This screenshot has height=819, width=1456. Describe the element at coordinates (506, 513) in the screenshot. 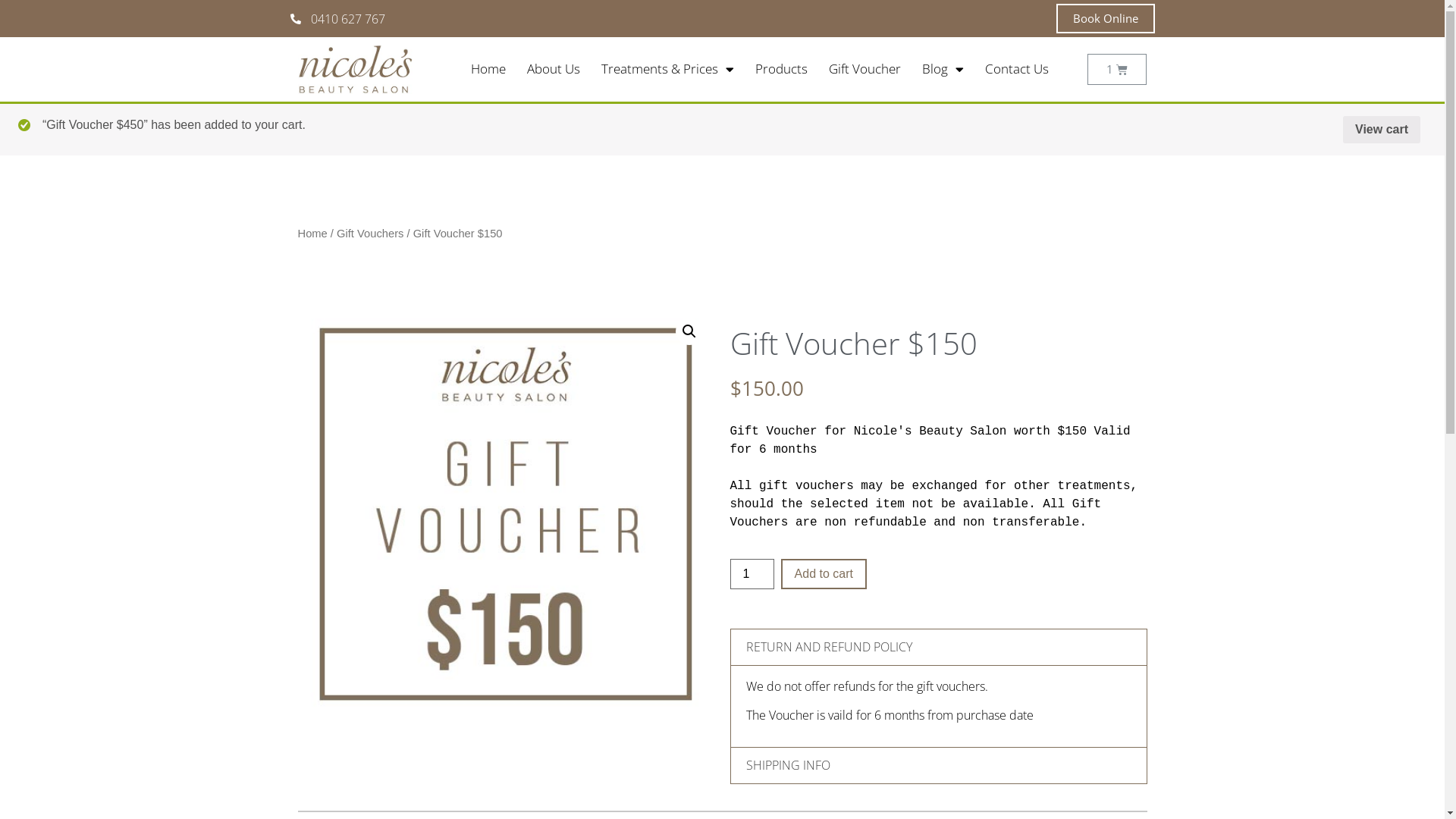

I see `'giftvoucher-150'` at that location.